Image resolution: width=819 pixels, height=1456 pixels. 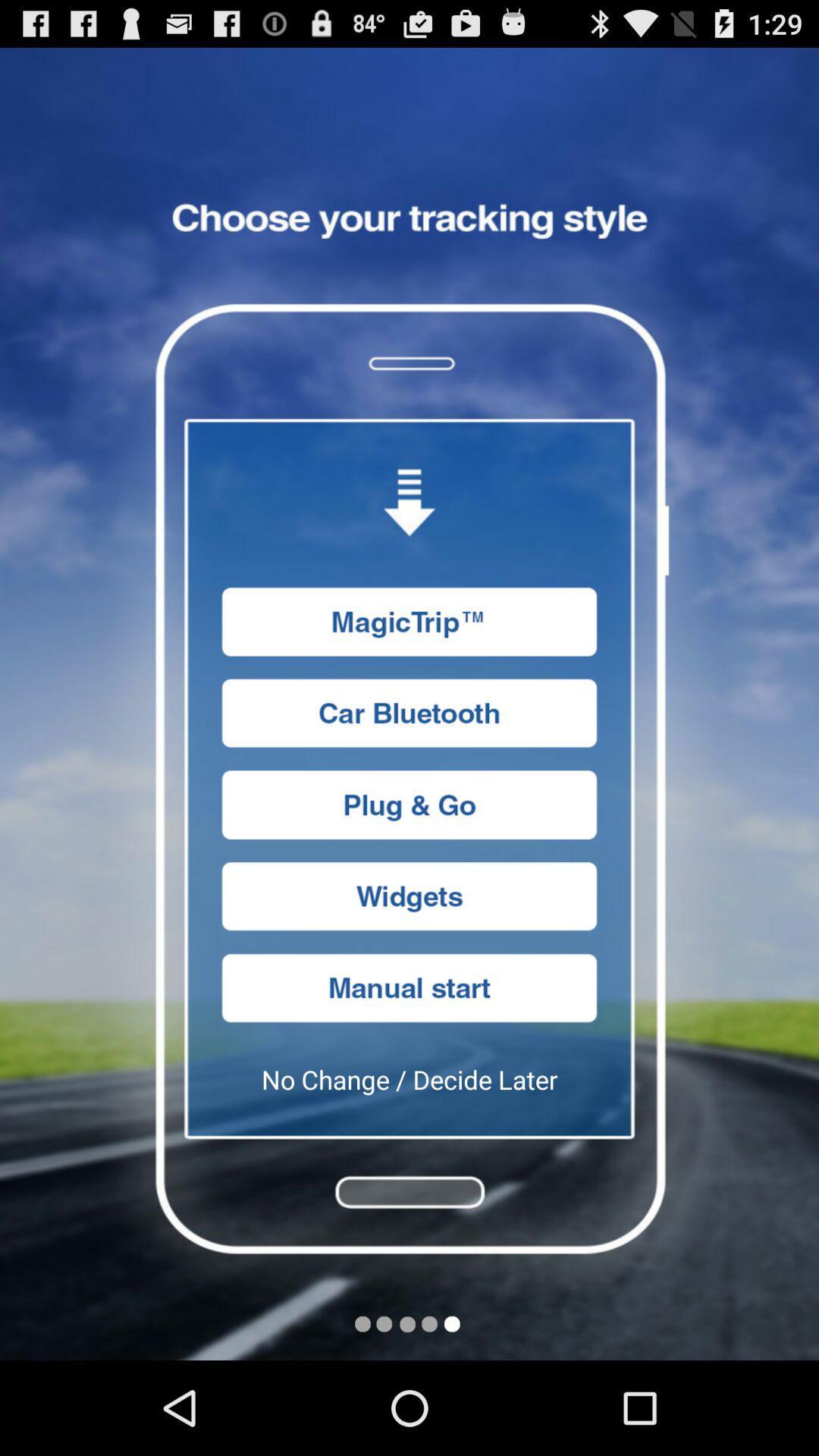 I want to click on widgets, so click(x=409, y=896).